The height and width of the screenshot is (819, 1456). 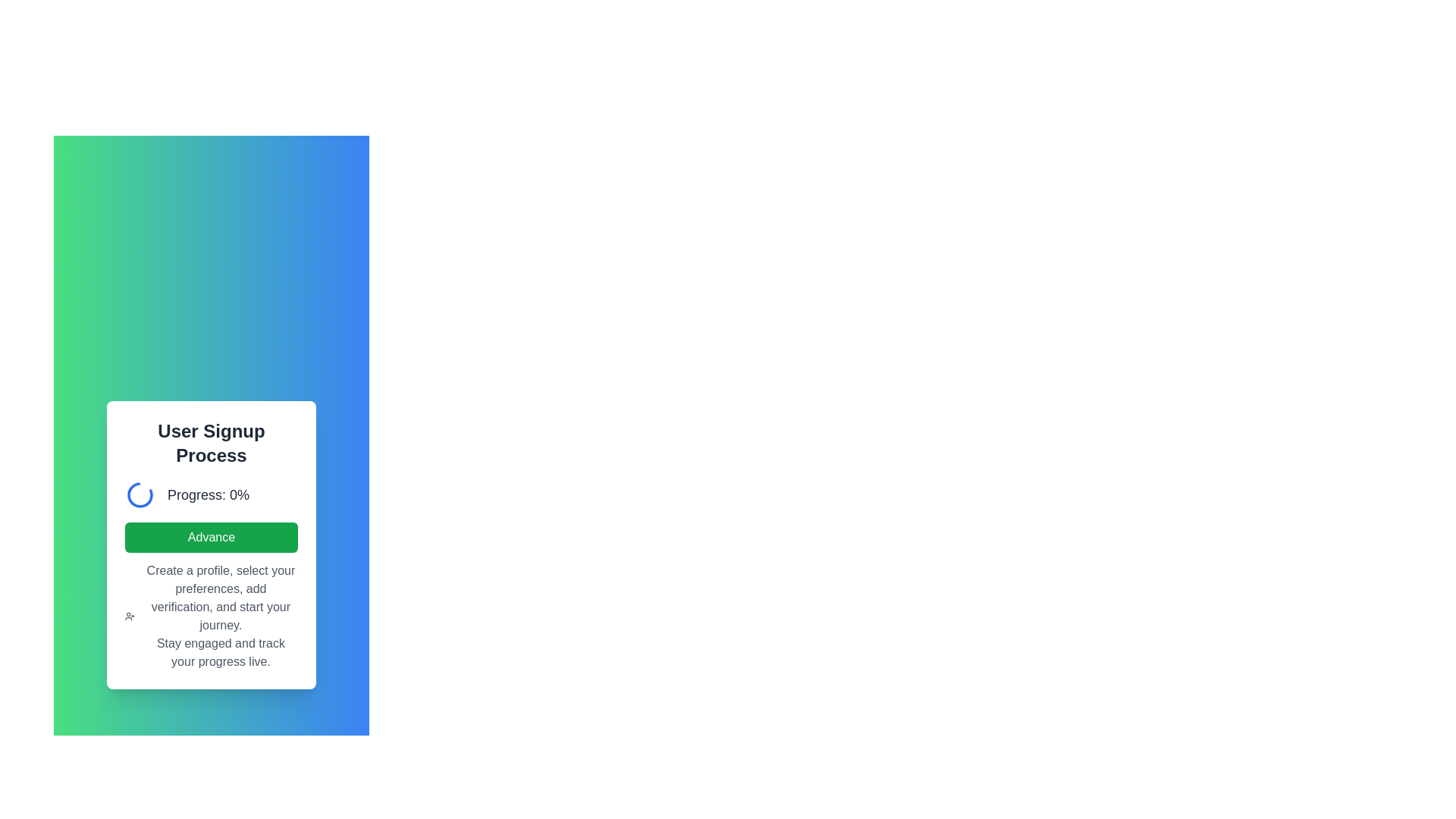 What do you see at coordinates (207, 494) in the screenshot?
I see `the static text displaying 'Progress: 0%' which is styled in bold gray font, located to the right of a spinning circle icon` at bounding box center [207, 494].